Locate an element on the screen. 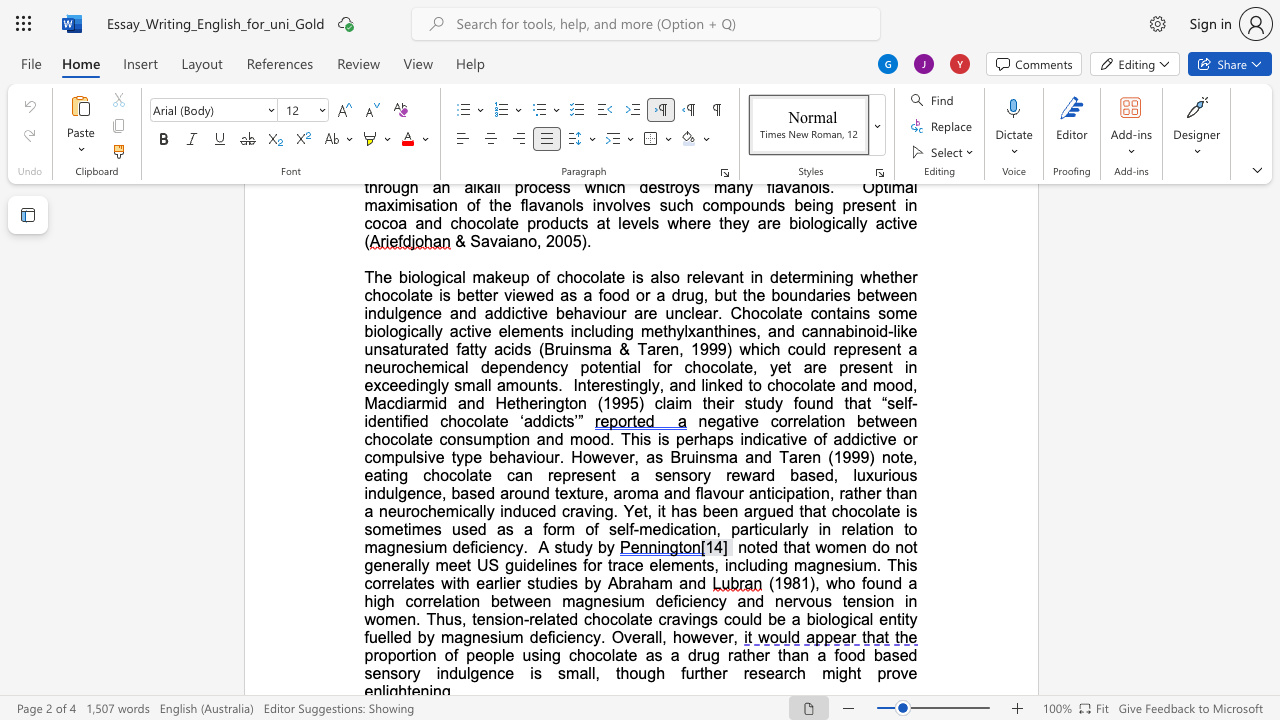  the 2th character "p" in the text is located at coordinates (720, 438).